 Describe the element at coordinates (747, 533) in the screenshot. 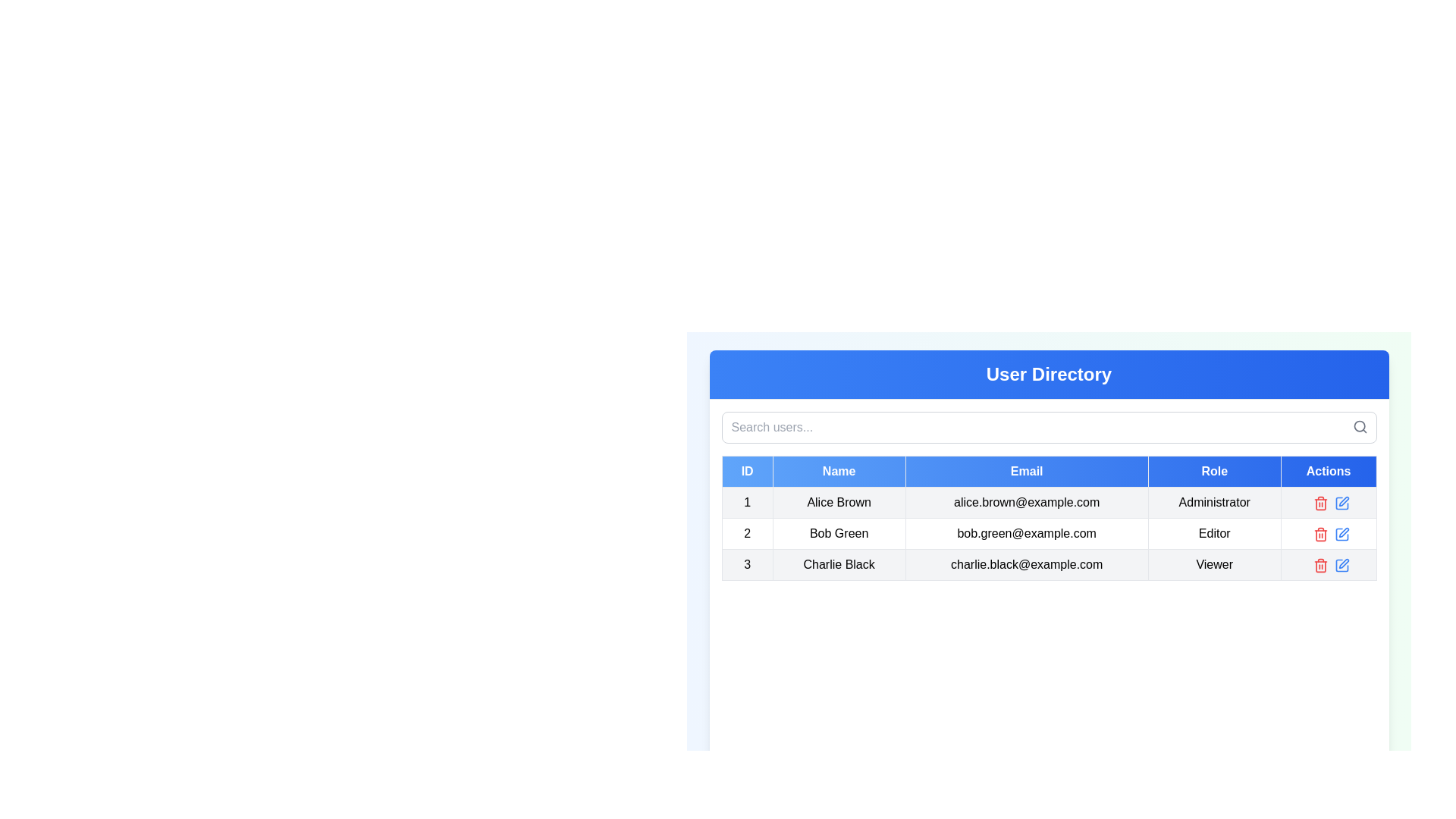

I see `text content of the table cell in the first column labeled 'ID' which contains the number '2'` at that location.